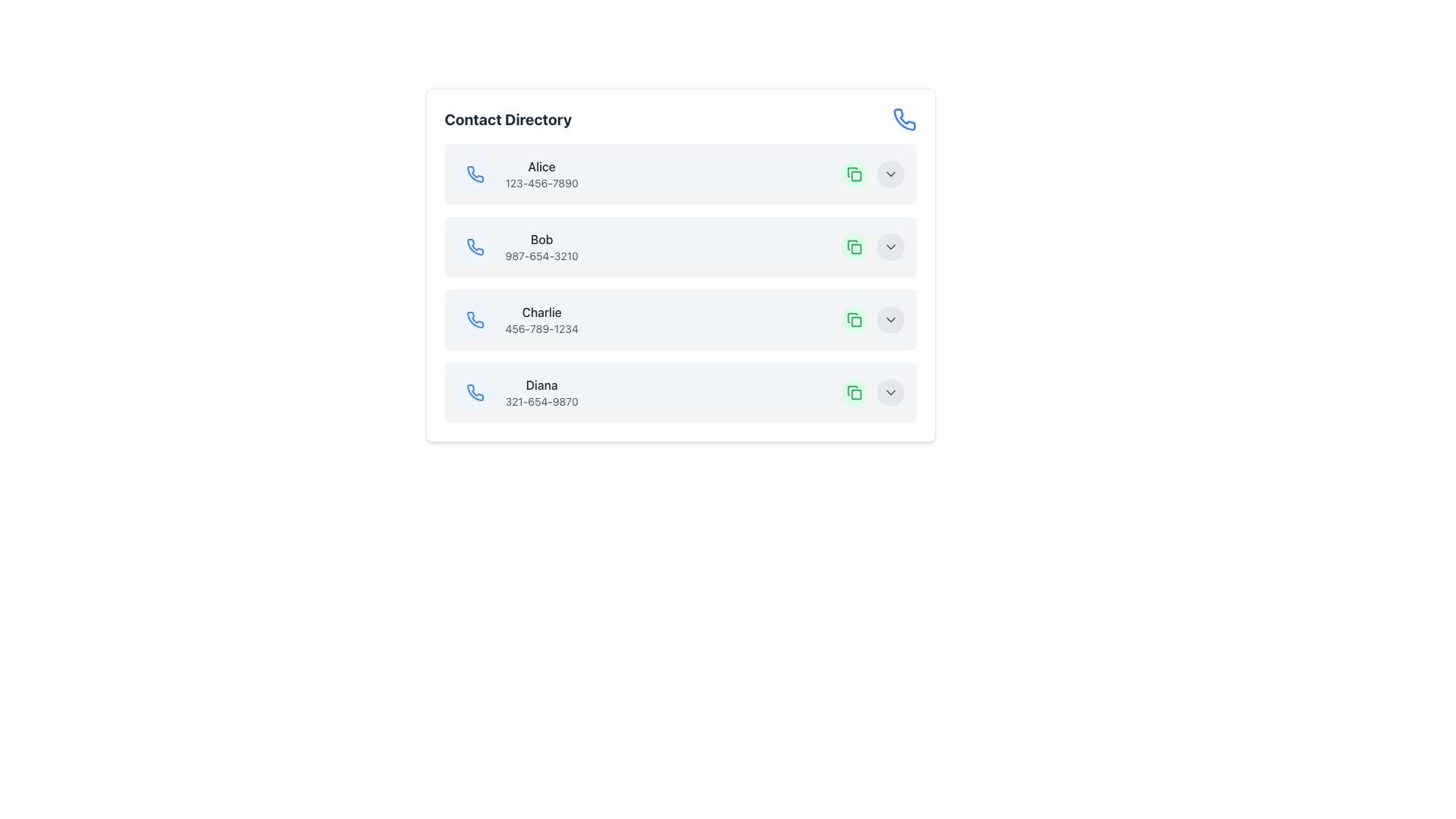  What do you see at coordinates (474, 174) in the screenshot?
I see `the blue phone receiver icon located at the far left of the row containing 'Alice' and '123-456-7890'` at bounding box center [474, 174].